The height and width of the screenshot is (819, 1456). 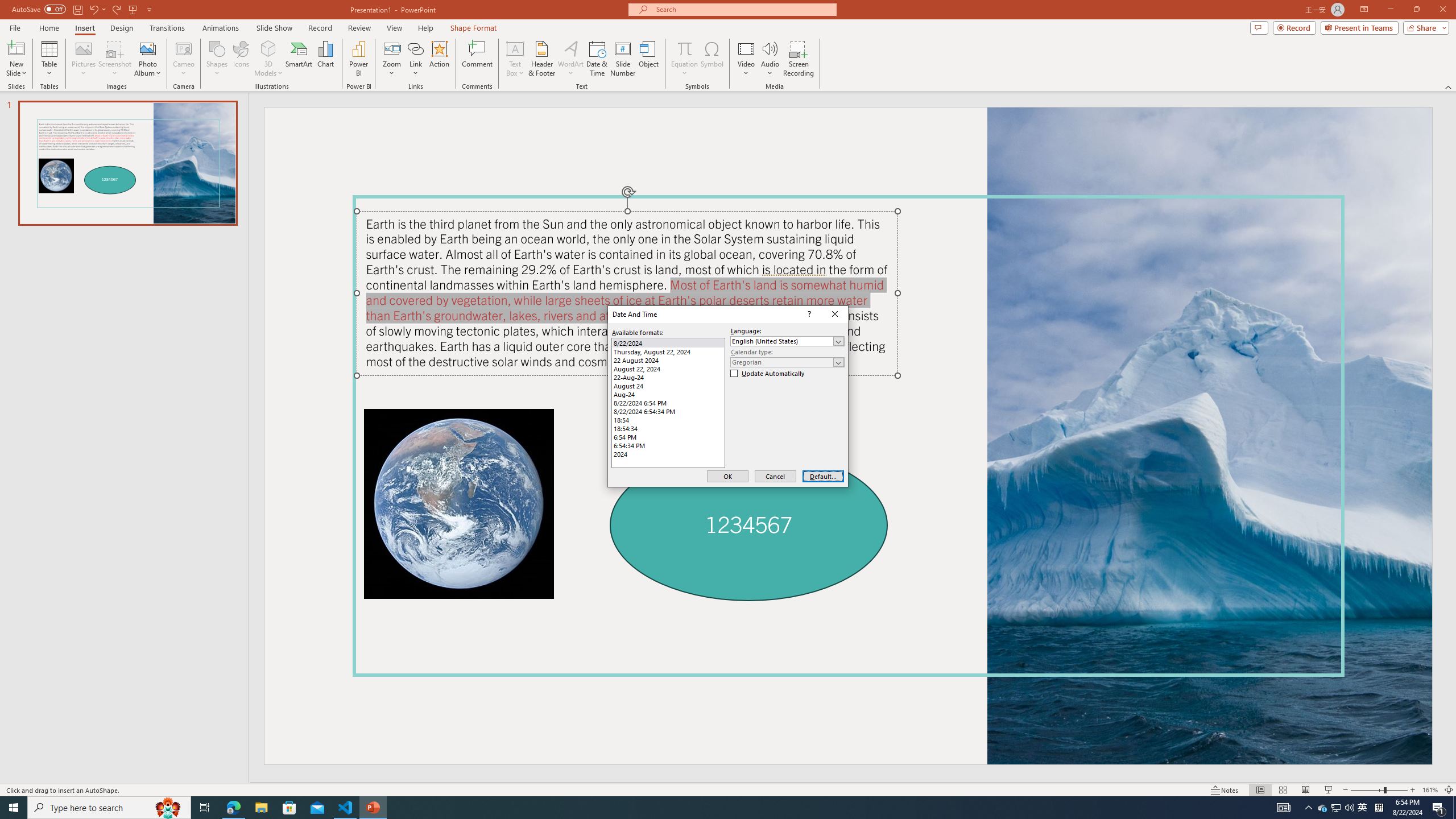 What do you see at coordinates (1439, 806) in the screenshot?
I see `'Action Center, 1 new notification'` at bounding box center [1439, 806].